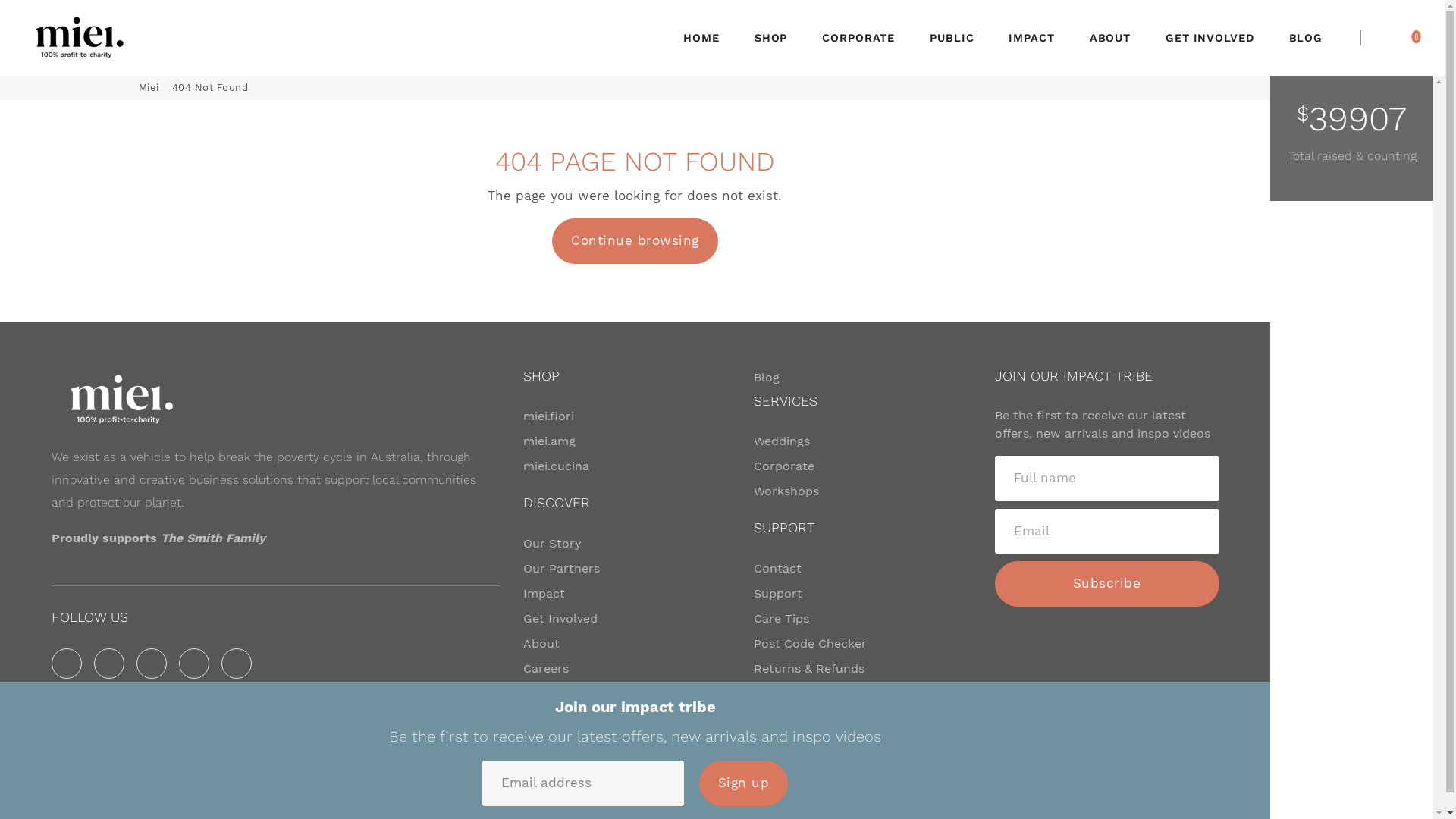 The width and height of the screenshot is (1456, 819). Describe the element at coordinates (560, 568) in the screenshot. I see `'Our Partners'` at that location.